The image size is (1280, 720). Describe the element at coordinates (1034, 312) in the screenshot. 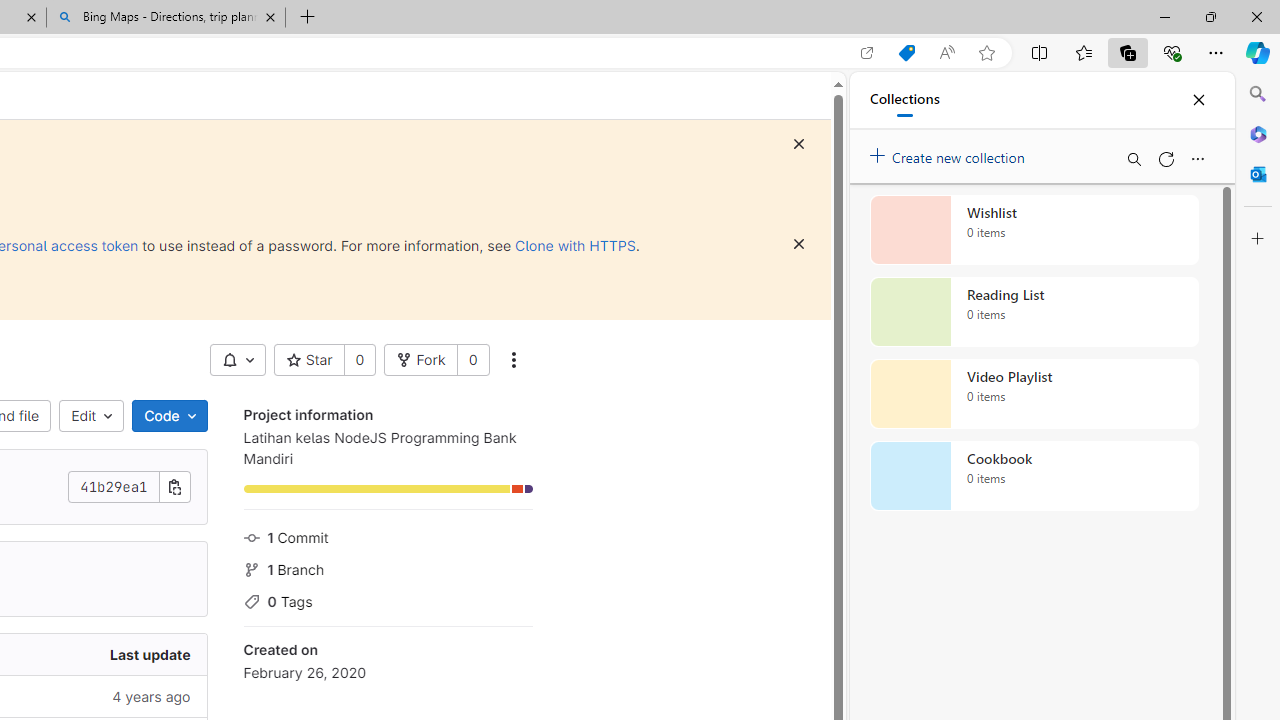

I see `'Reading List collection, 0 items'` at that location.